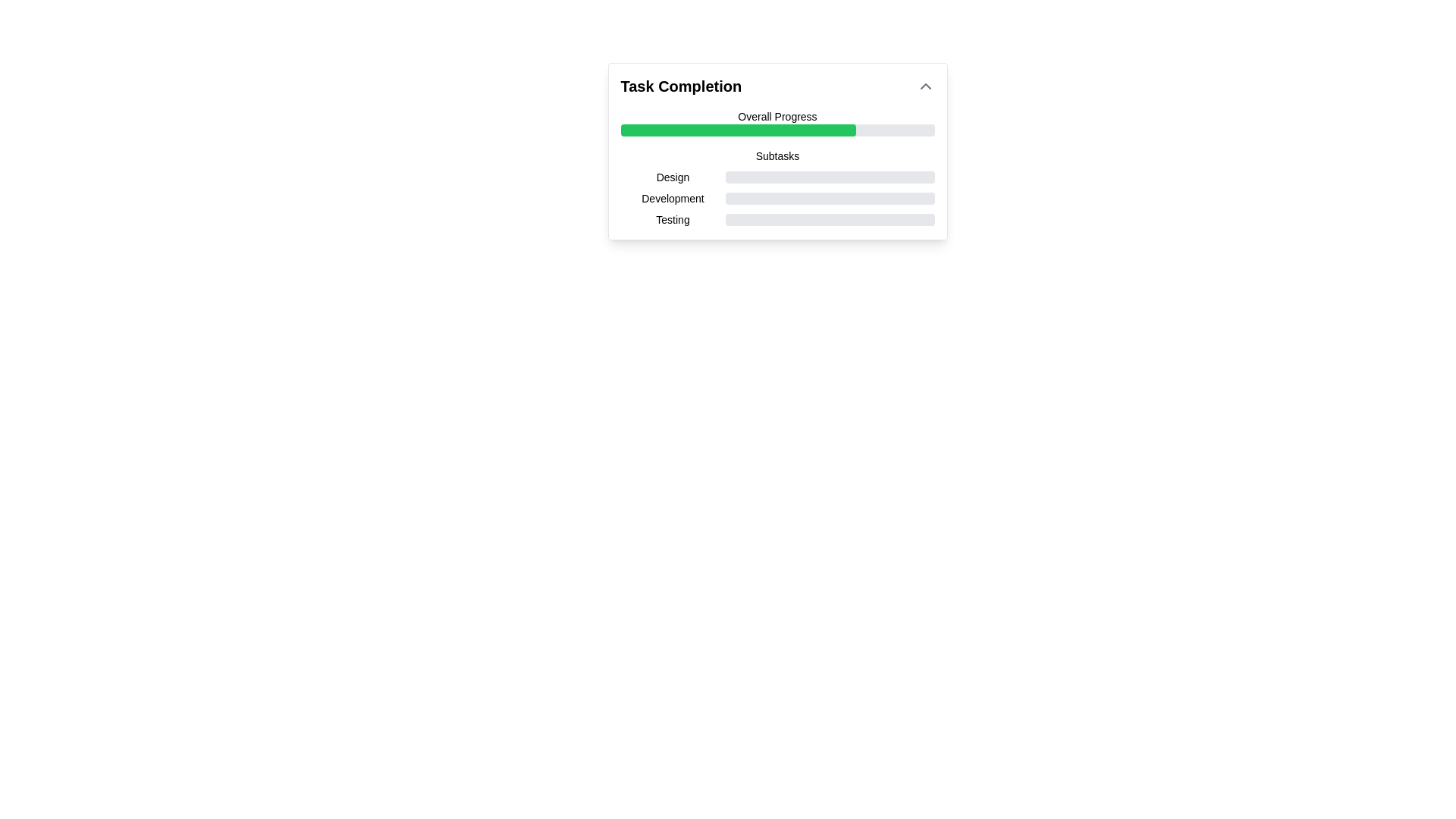 The height and width of the screenshot is (819, 1456). Describe the element at coordinates (829, 198) in the screenshot. I see `visual information of the progress bar that represents the completion of a development-related task, displayed as a green bar on a gray background` at that location.